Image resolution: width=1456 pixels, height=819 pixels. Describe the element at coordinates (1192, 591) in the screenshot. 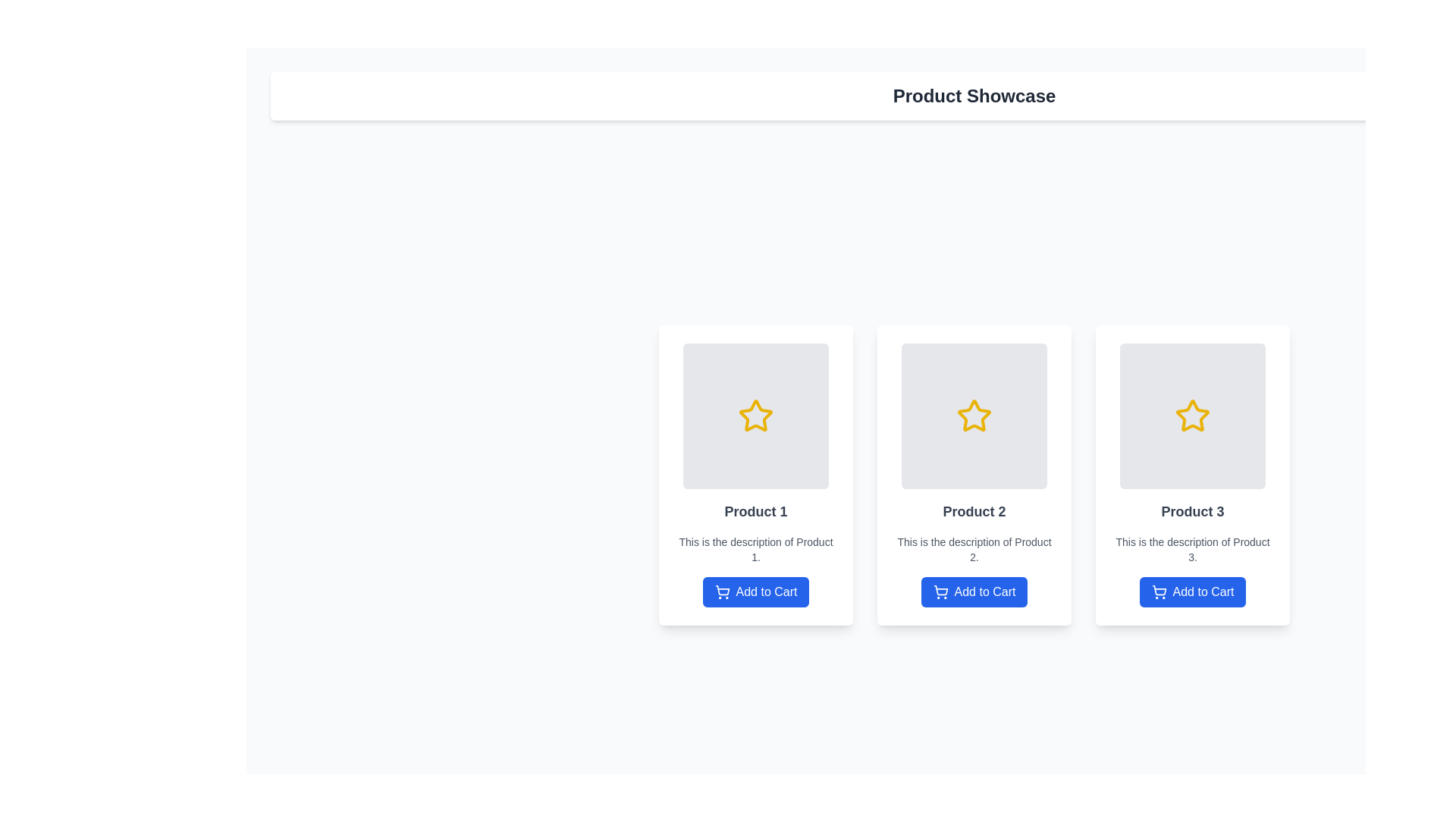

I see `the 'Add to Cart' button for 'Product 3', which is a blue rectangular button with rounded corners and white text` at that location.